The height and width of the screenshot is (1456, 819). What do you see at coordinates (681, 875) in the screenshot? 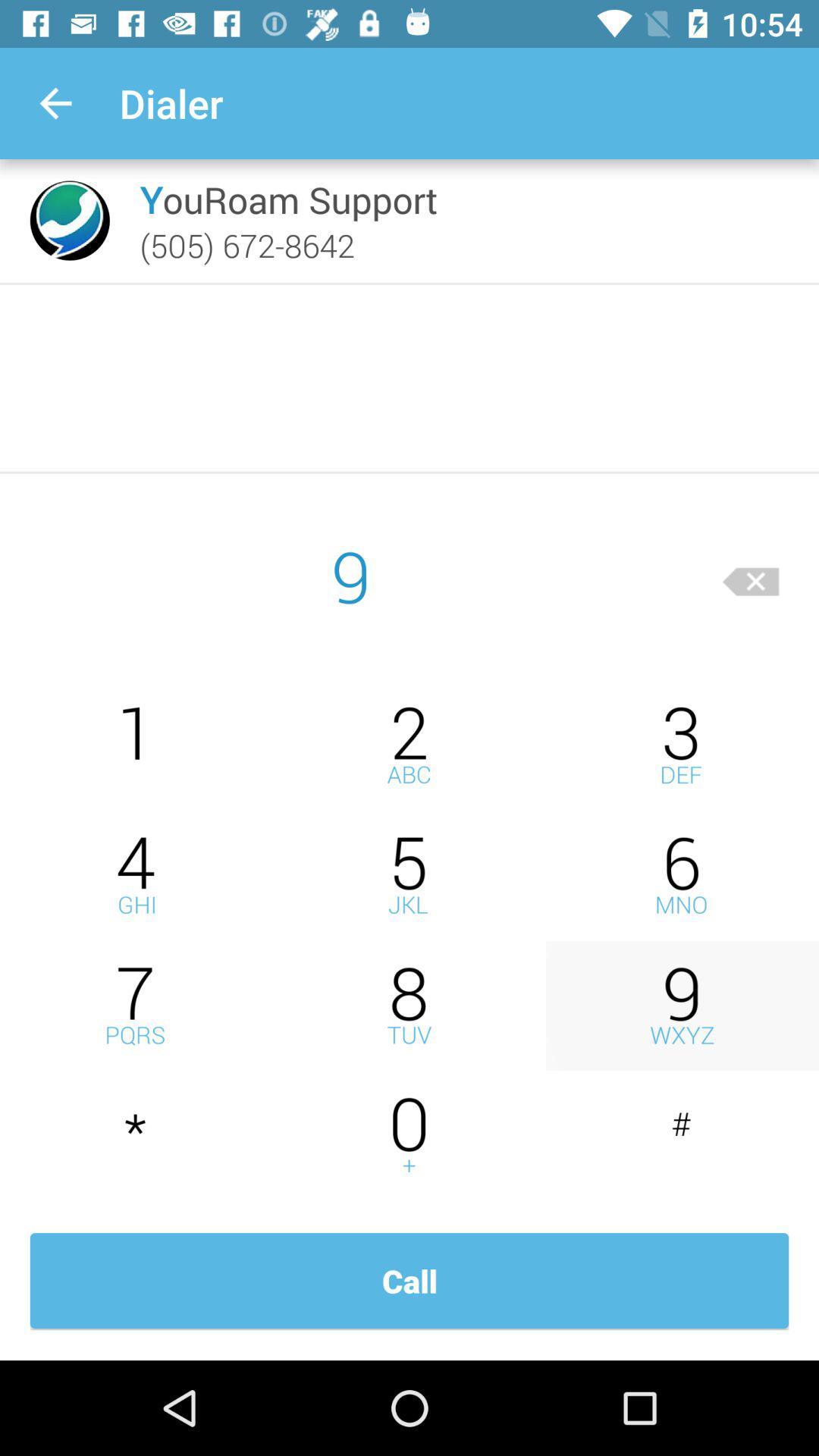
I see `click the number 6` at bounding box center [681, 875].